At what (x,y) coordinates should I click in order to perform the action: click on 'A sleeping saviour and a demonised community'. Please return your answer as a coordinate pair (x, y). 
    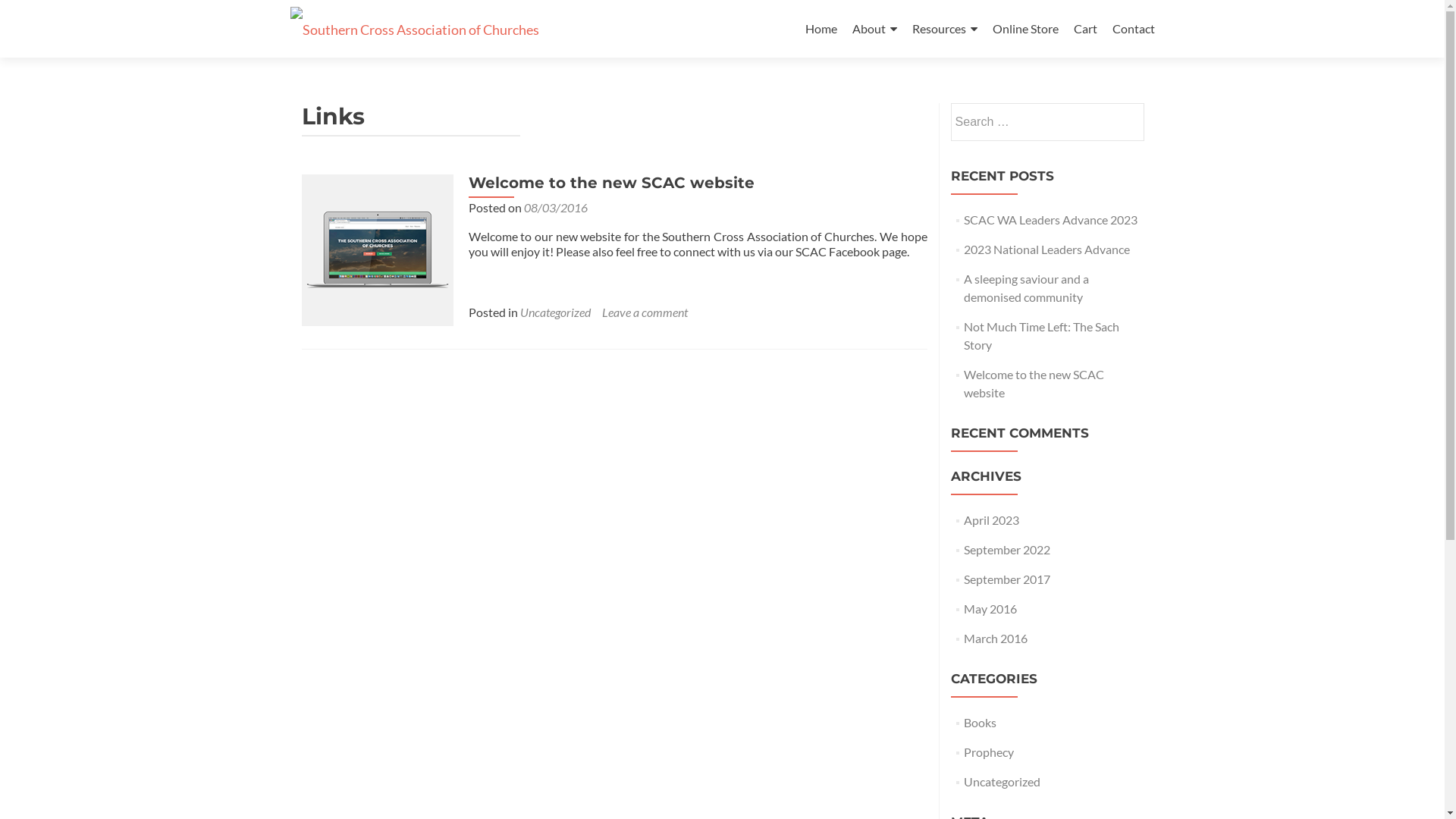
    Looking at the image, I should click on (963, 287).